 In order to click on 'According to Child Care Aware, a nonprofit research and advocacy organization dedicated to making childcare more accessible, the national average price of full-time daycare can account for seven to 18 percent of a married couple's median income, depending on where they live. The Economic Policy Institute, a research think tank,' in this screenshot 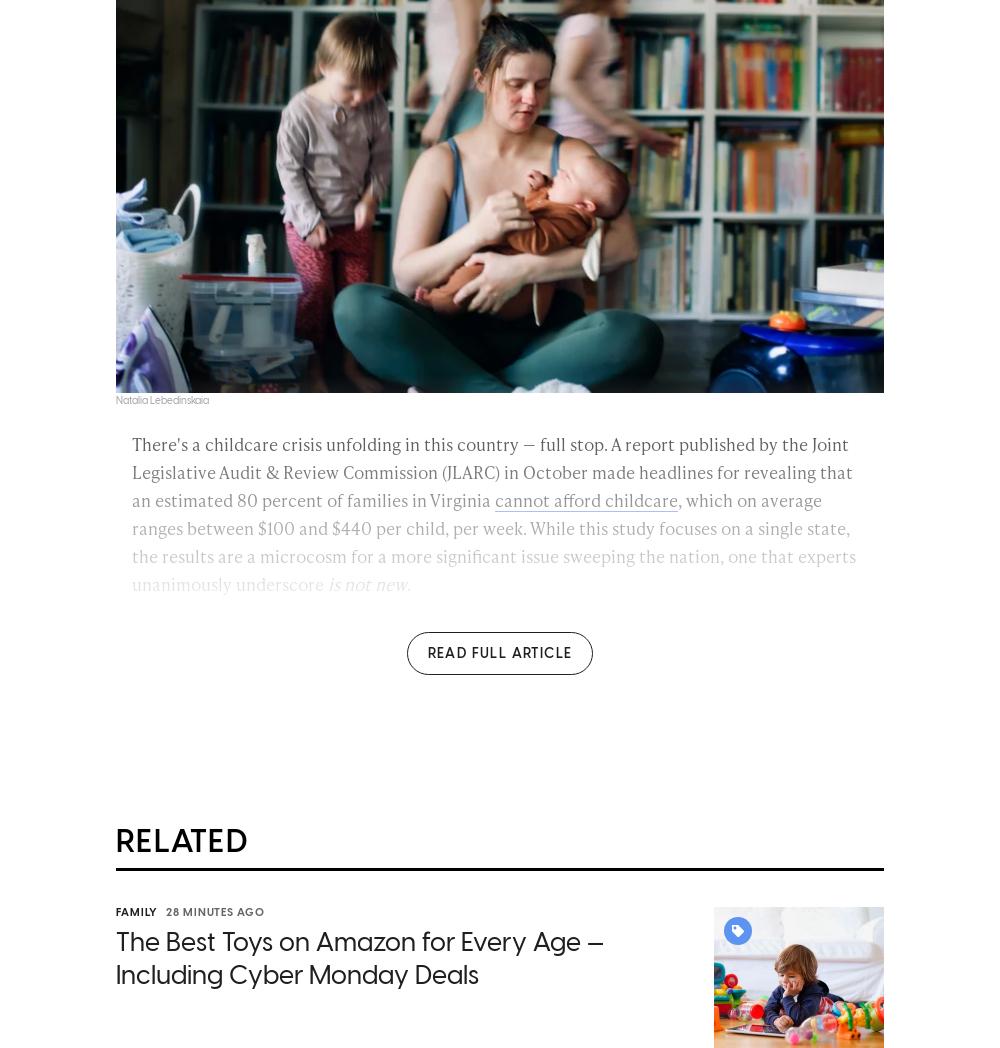, I will do `click(497, 676)`.